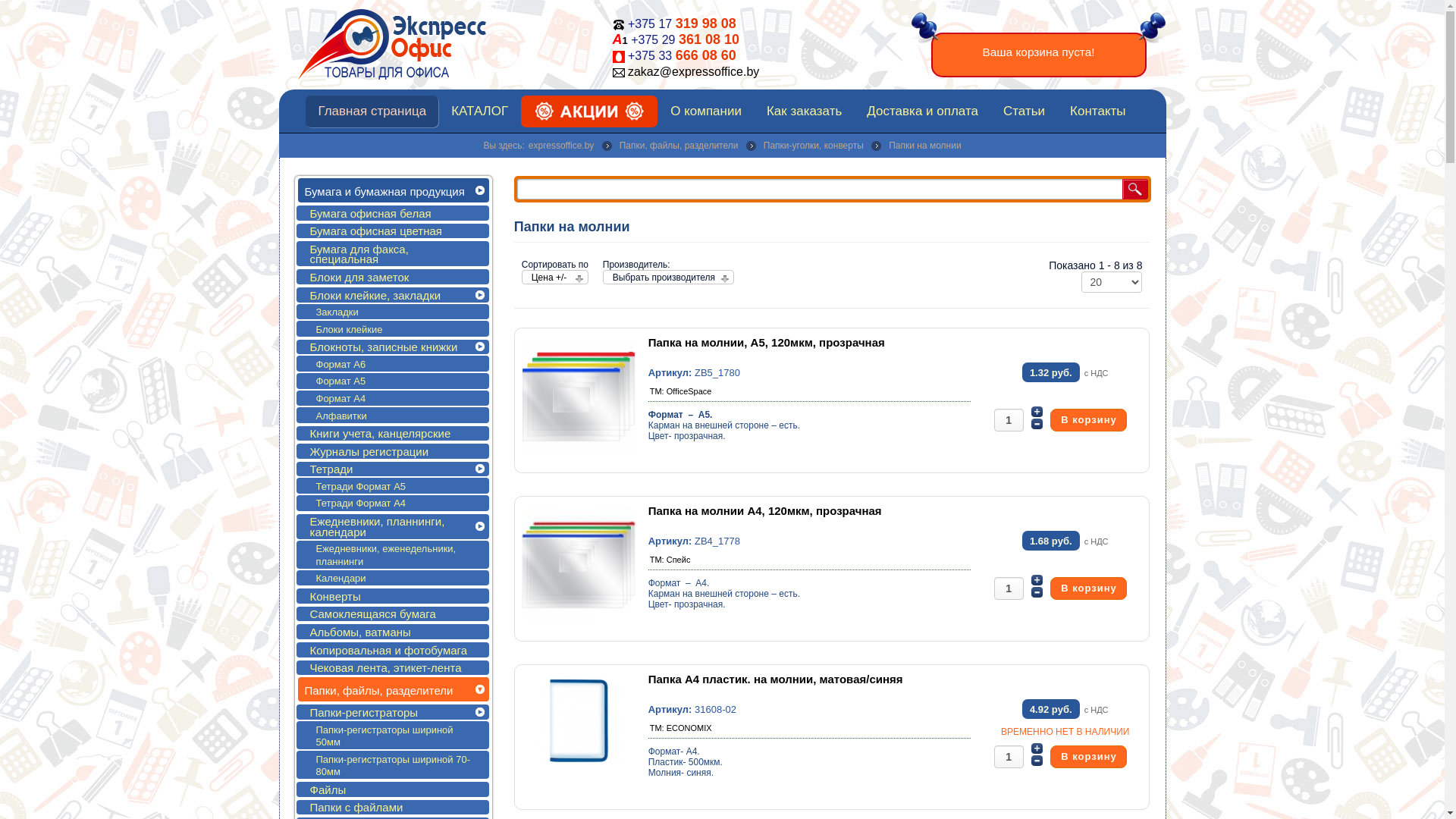 The height and width of the screenshot is (819, 1456). I want to click on 'expressoffice.by', so click(560, 146).